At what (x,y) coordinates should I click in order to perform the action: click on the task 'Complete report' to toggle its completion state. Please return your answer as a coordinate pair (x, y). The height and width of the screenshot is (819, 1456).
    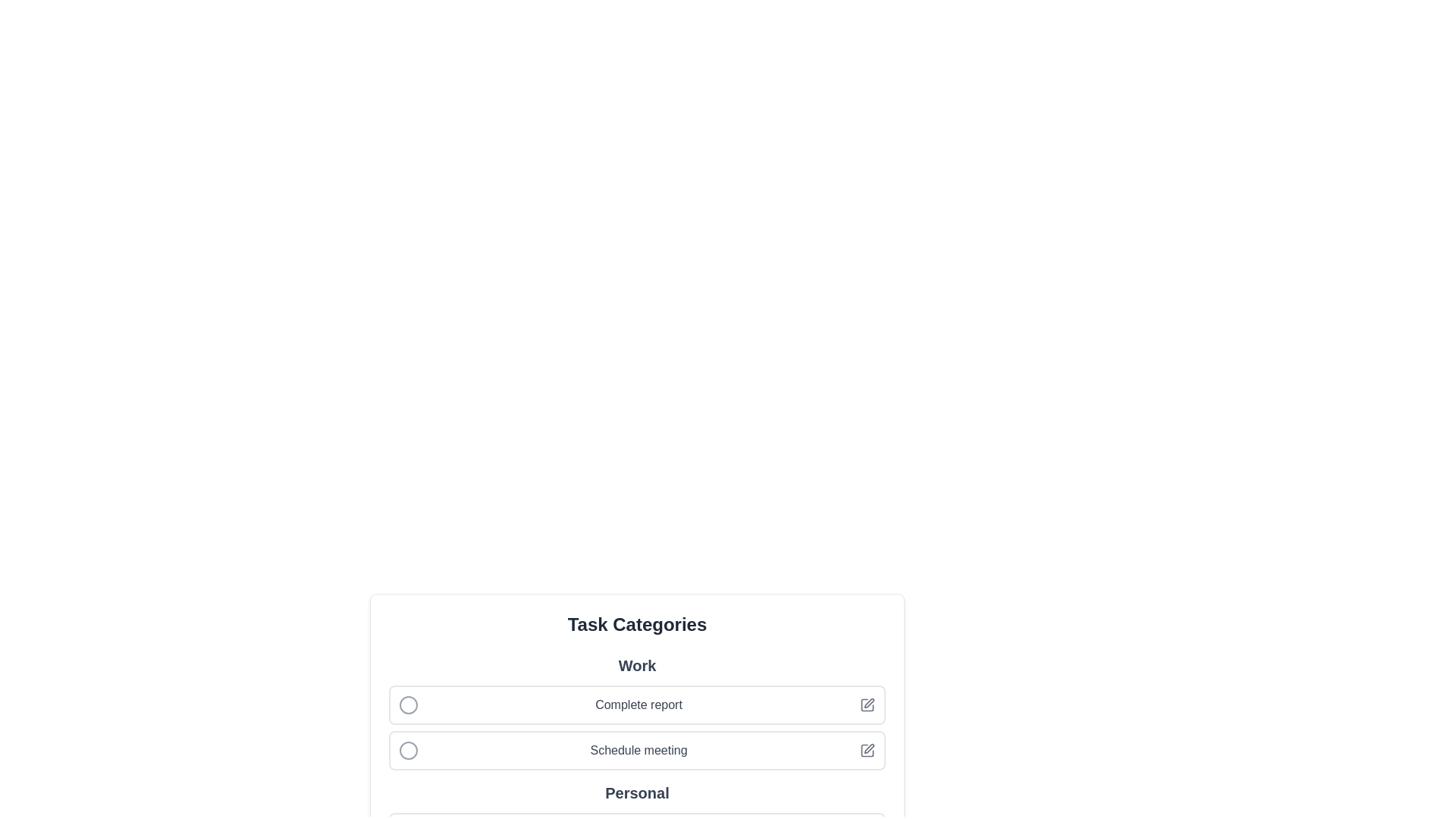
    Looking at the image, I should click on (408, 704).